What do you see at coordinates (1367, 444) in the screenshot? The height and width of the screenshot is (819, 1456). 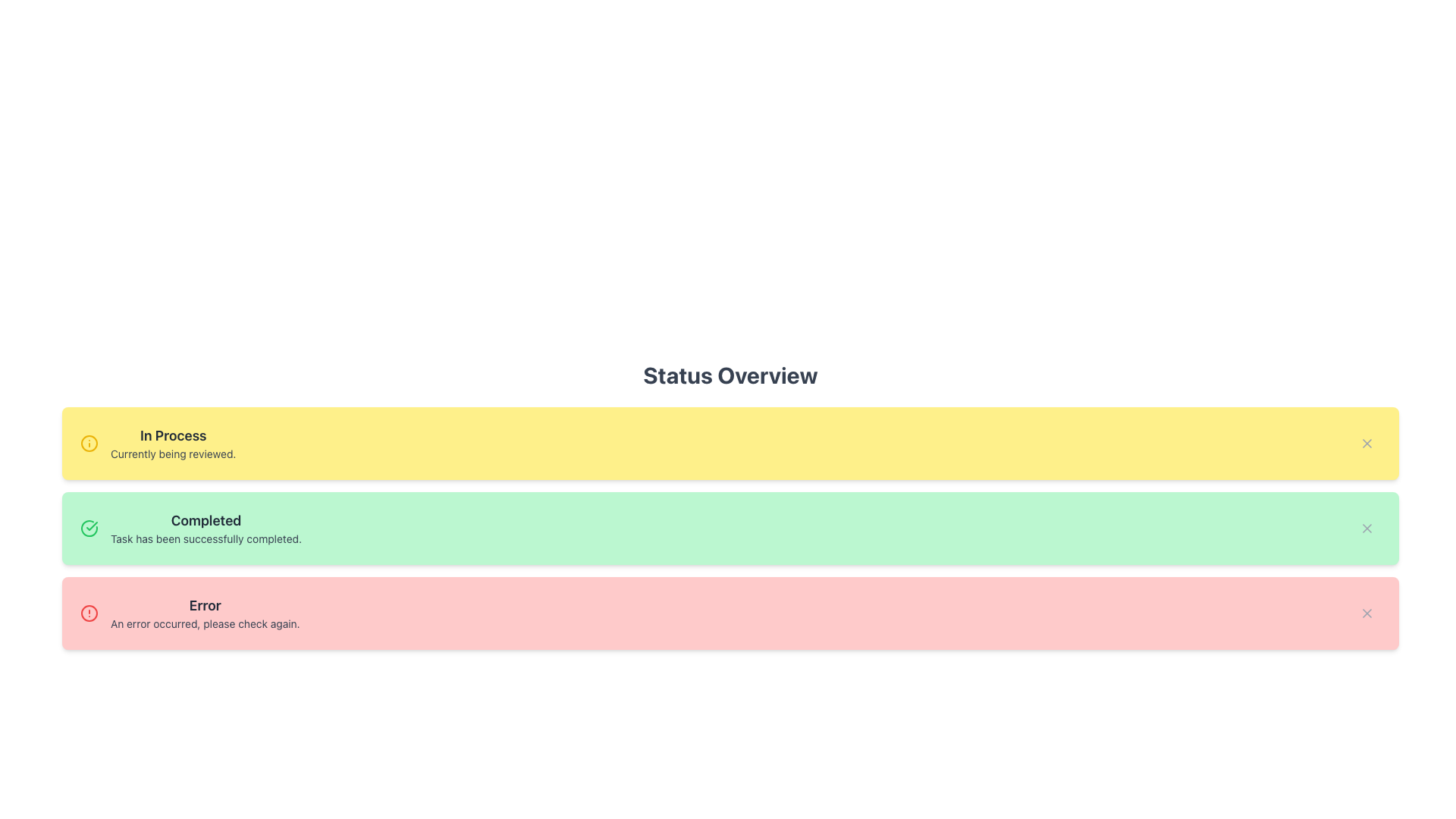 I see `the 'X' icon button in the top-right corner of the yellow status block labeled 'In Process'` at bounding box center [1367, 444].